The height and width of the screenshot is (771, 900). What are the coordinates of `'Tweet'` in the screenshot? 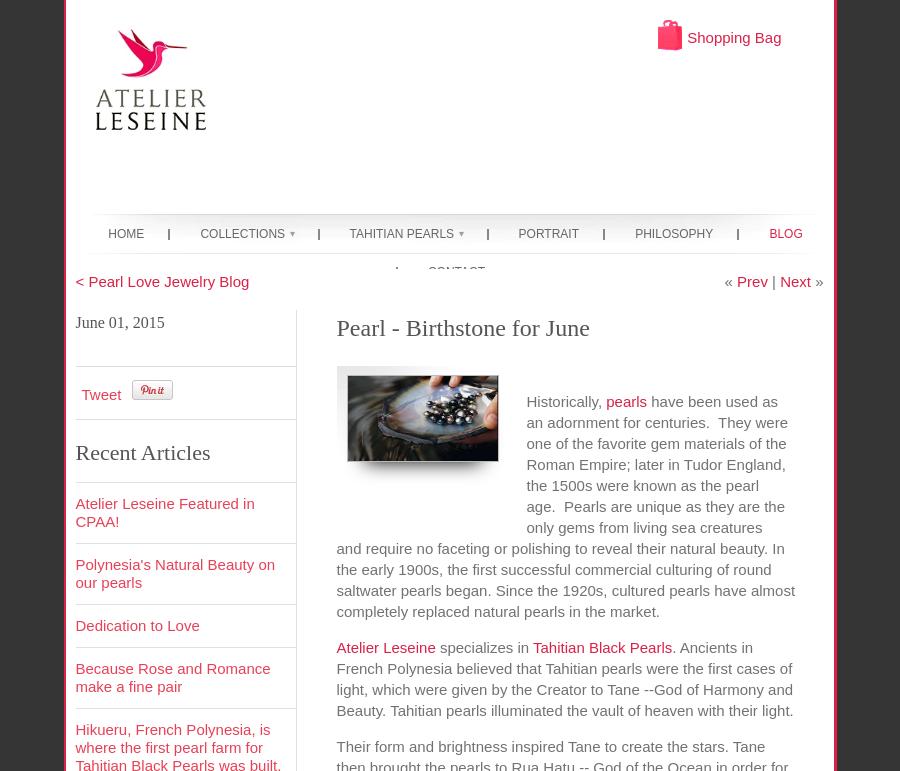 It's located at (99, 393).